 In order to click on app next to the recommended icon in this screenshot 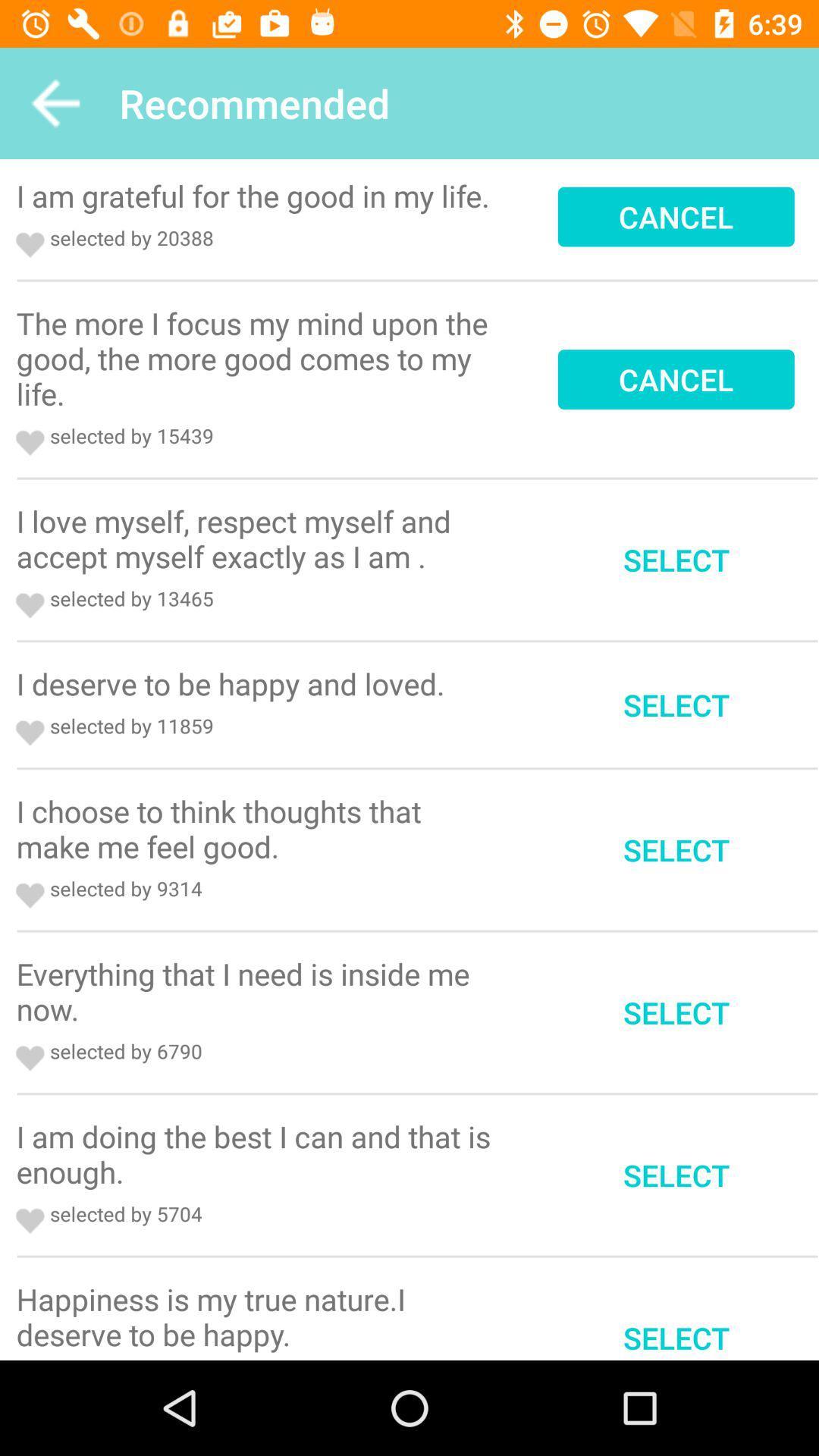, I will do `click(55, 102)`.